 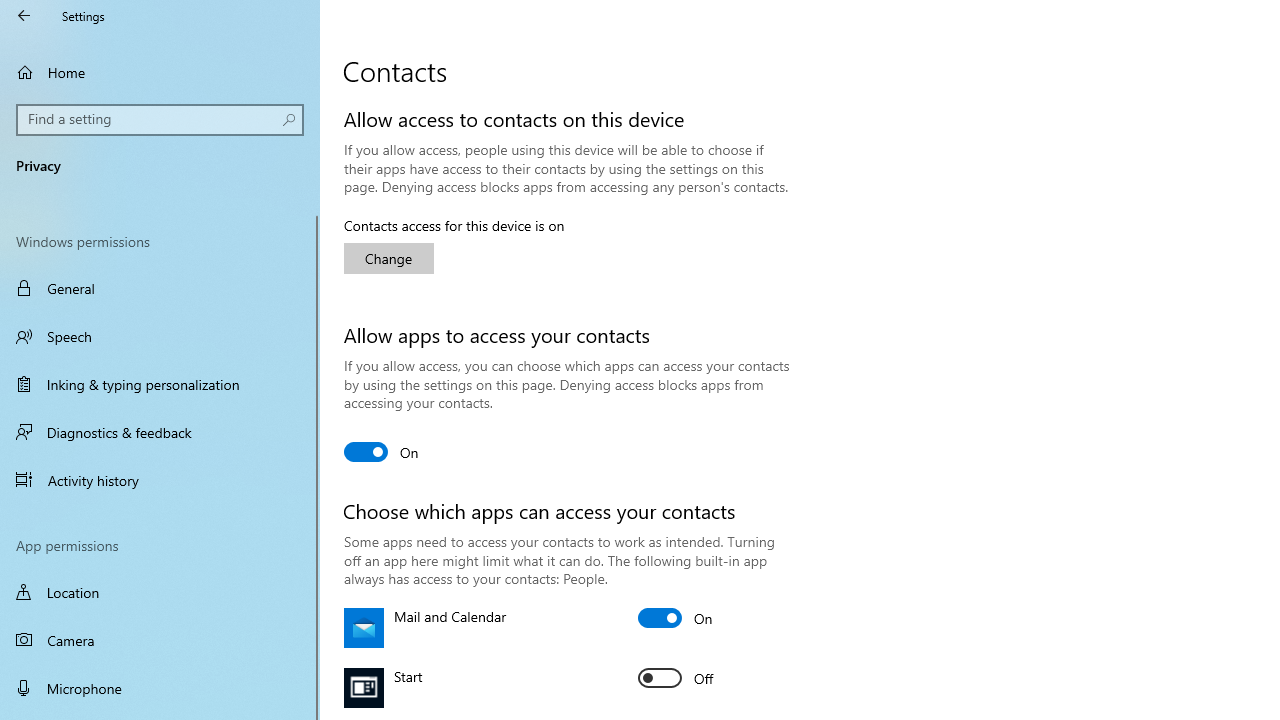 What do you see at coordinates (160, 119) in the screenshot?
I see `'Search box, Find a setting'` at bounding box center [160, 119].